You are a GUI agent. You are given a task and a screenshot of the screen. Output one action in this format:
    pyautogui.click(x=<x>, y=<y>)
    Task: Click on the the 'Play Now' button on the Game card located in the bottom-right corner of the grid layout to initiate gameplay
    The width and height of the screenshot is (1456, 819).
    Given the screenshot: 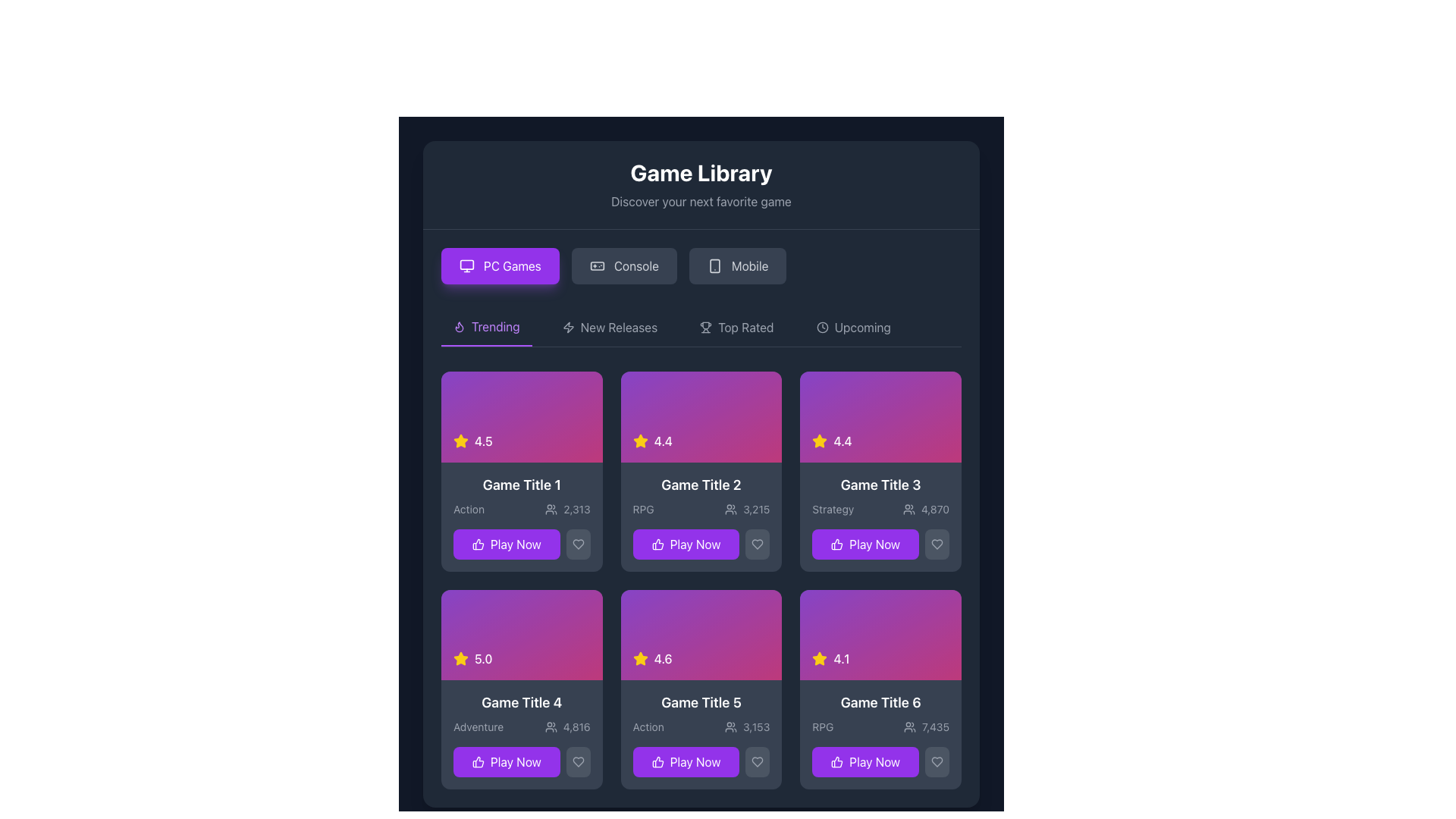 What is the action you would take?
    pyautogui.click(x=880, y=734)
    